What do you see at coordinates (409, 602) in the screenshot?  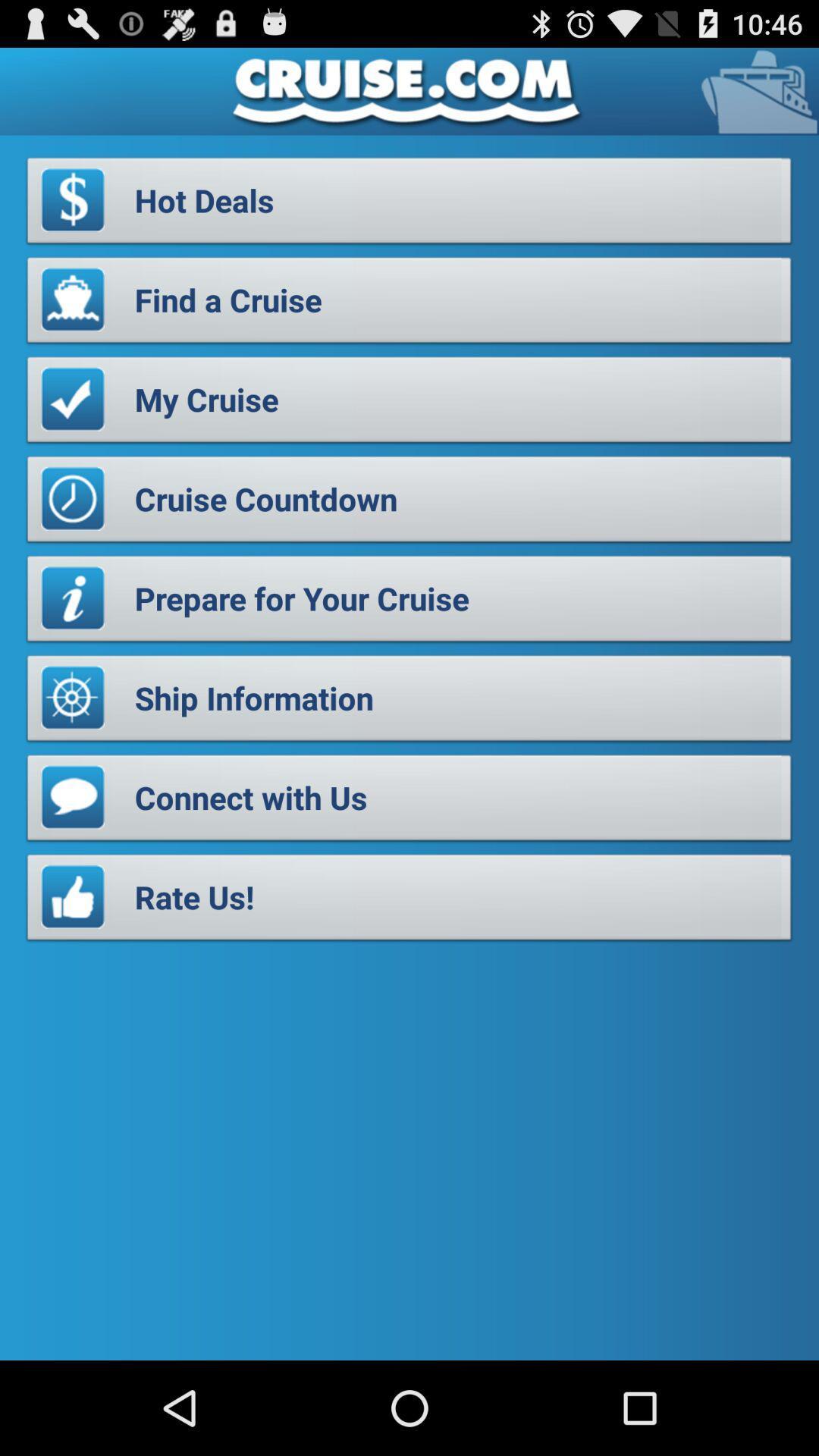 I see `the item below cruise countdown` at bounding box center [409, 602].